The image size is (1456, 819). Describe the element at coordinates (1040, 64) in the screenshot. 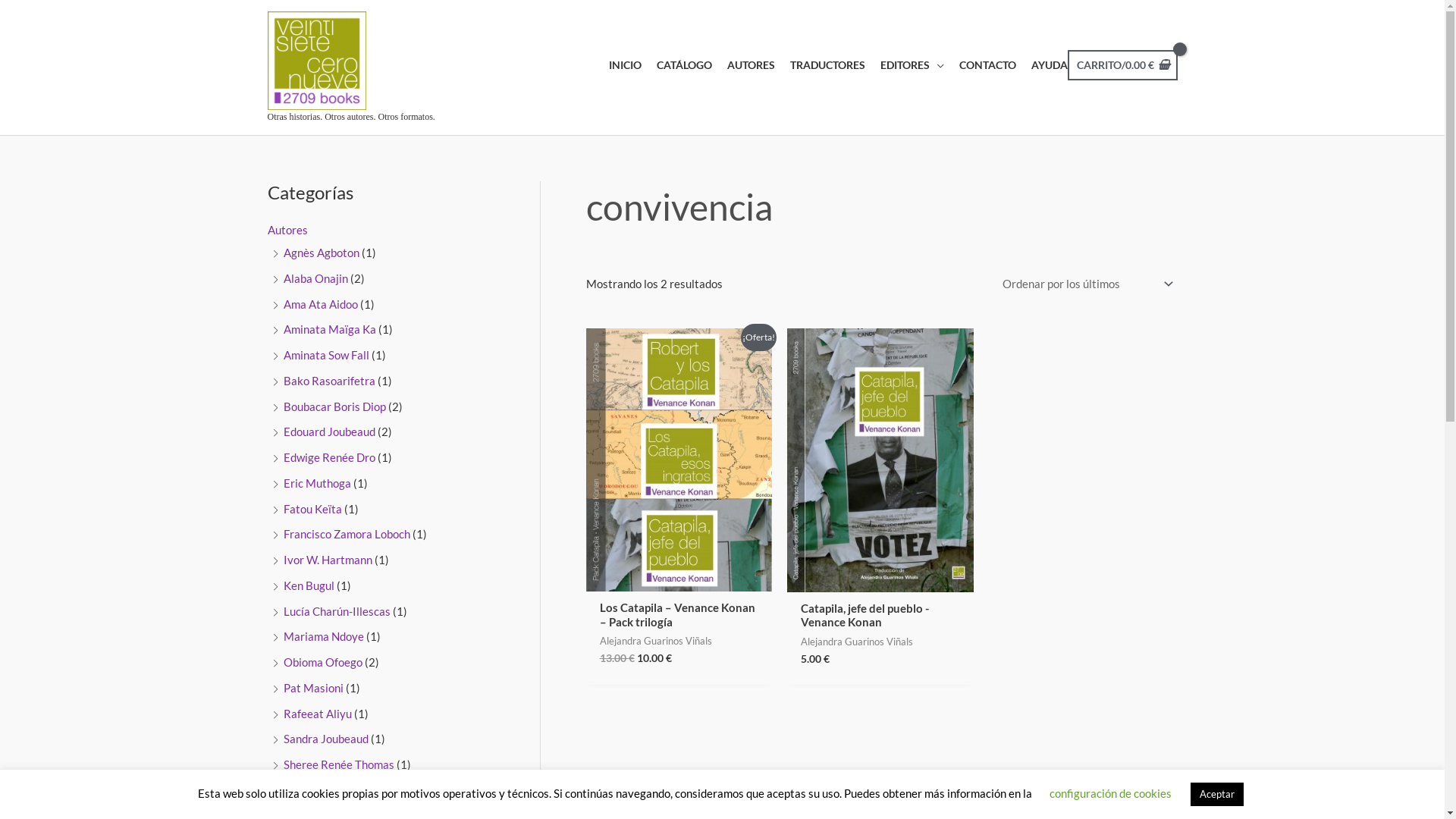

I see `'AYUDA'` at that location.